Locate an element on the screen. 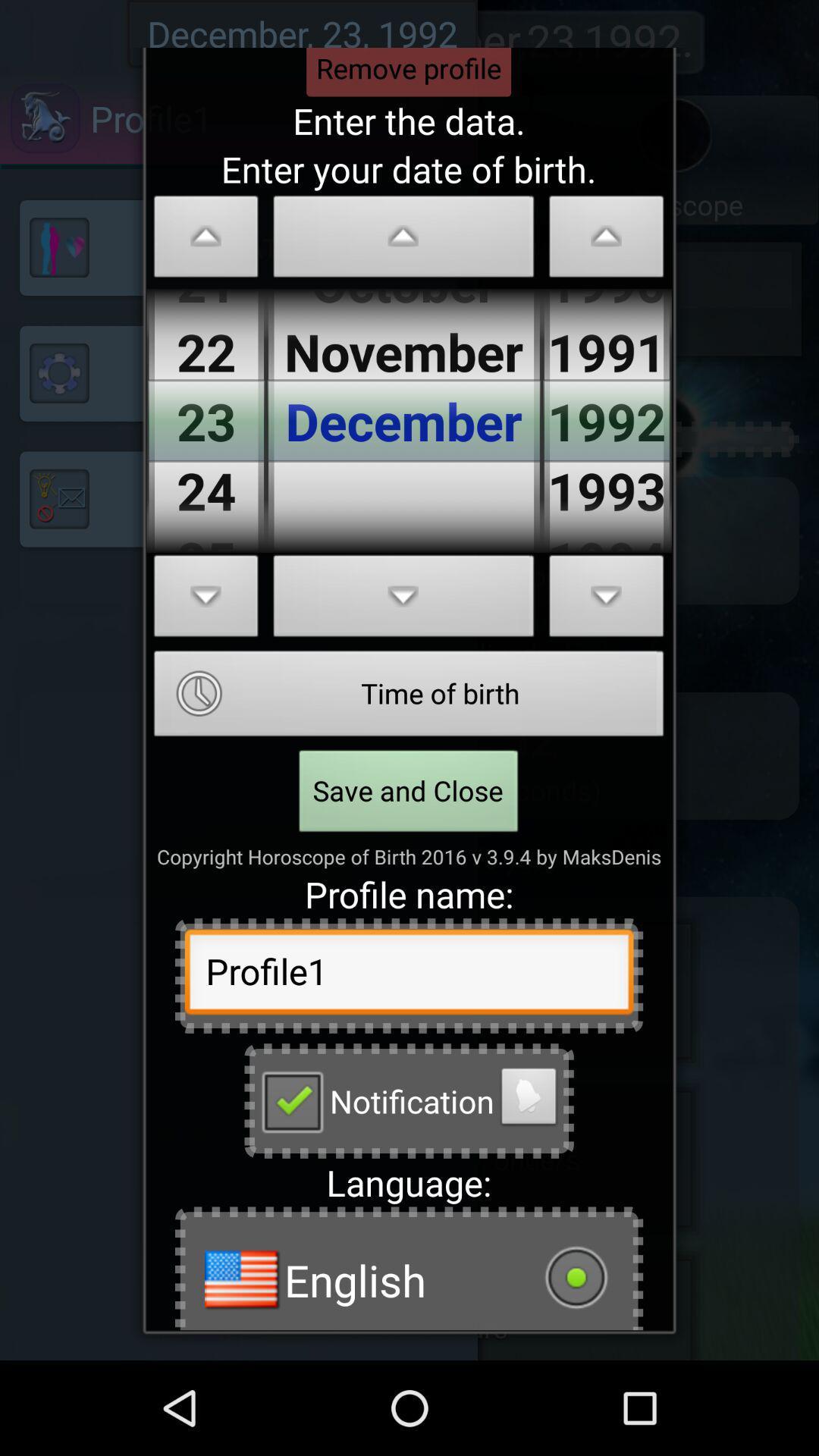 Image resolution: width=819 pixels, height=1456 pixels. change year is located at coordinates (606, 600).